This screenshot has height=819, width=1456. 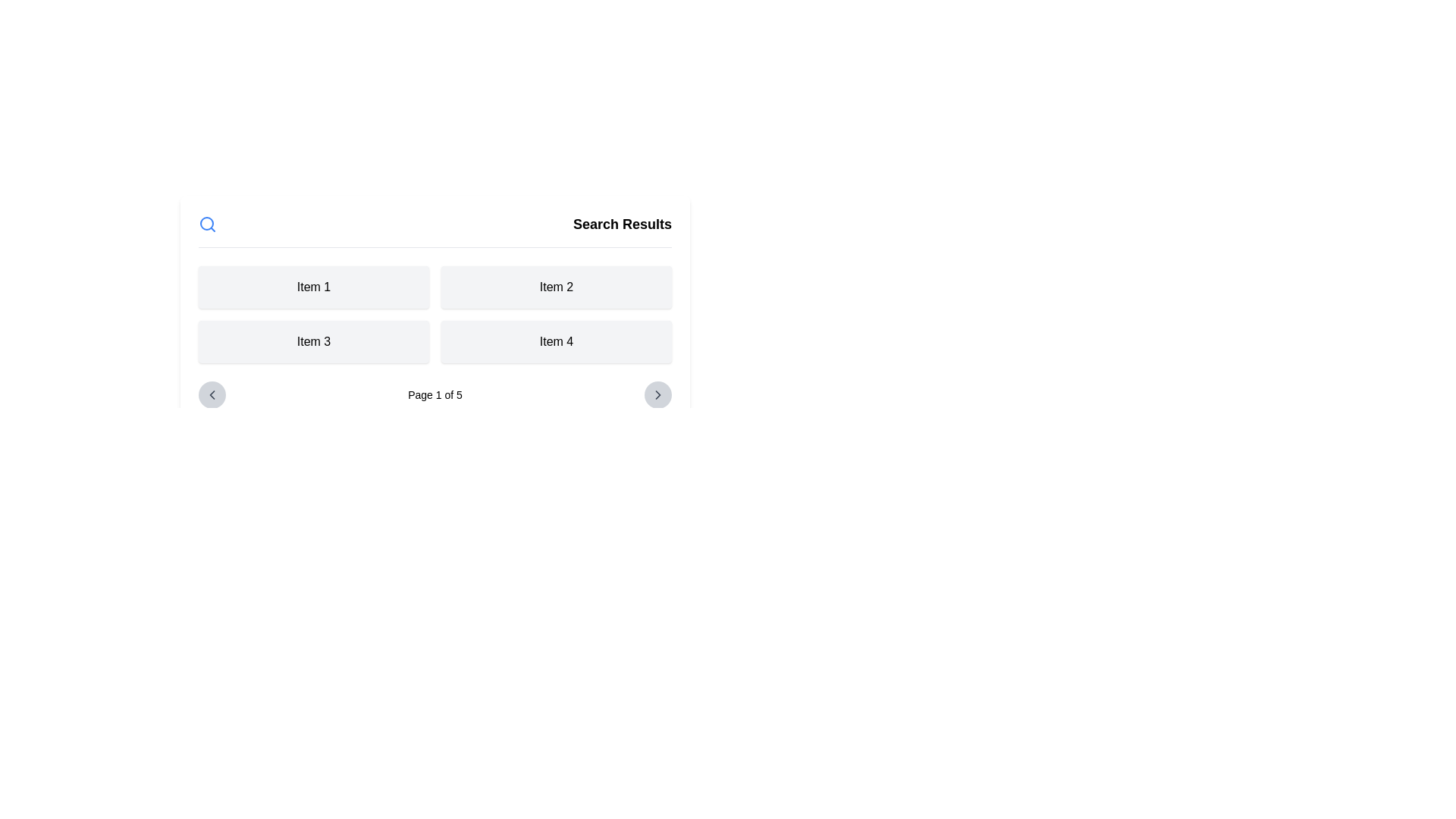 What do you see at coordinates (435, 394) in the screenshot?
I see `current page number and total pages displayed in the text display located at the bottom center of the interface` at bounding box center [435, 394].